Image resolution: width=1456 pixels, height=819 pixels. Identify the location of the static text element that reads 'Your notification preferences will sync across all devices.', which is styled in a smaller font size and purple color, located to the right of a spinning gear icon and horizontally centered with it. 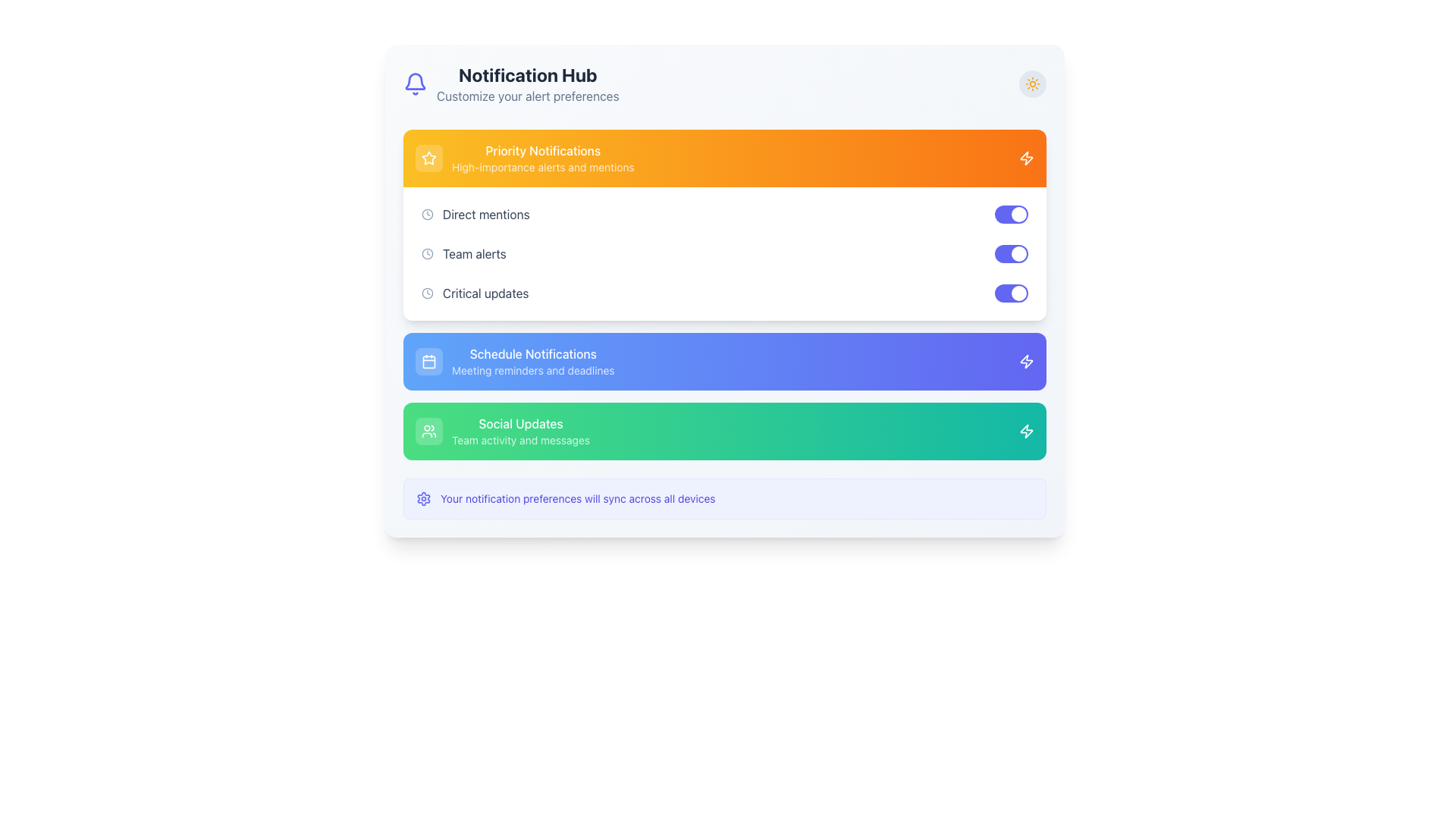
(577, 499).